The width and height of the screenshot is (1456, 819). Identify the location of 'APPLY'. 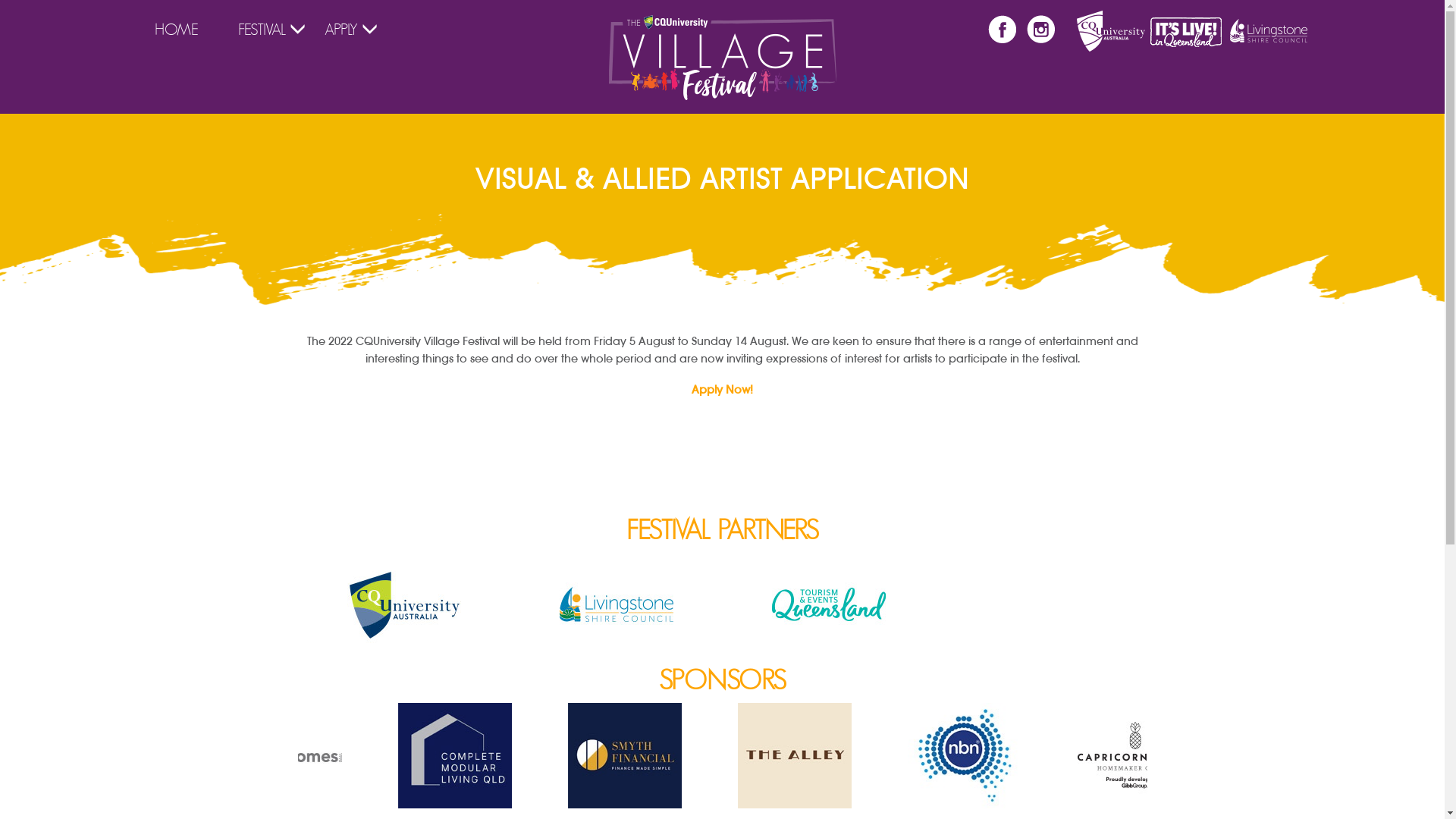
(340, 29).